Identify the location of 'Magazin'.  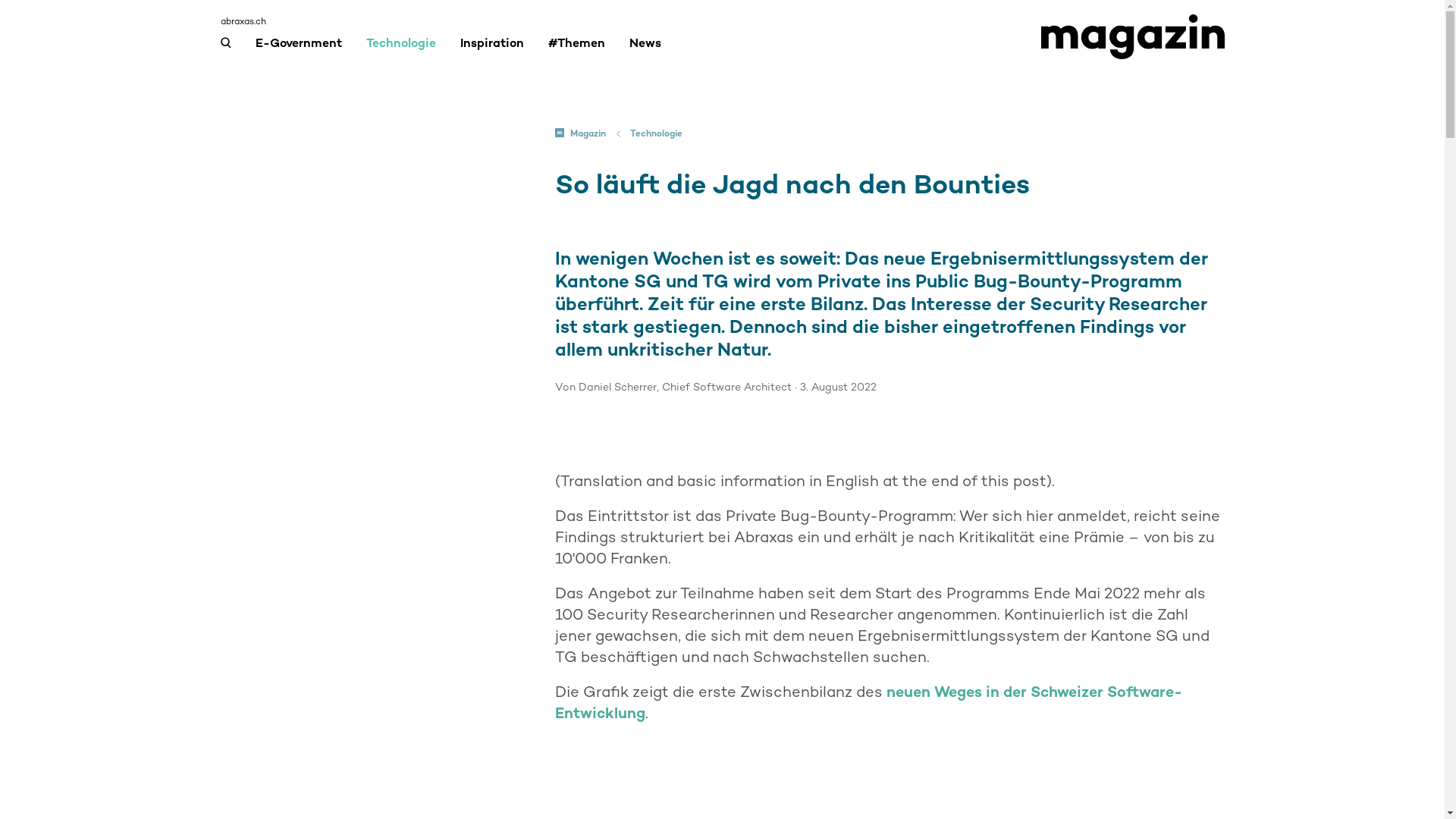
(579, 133).